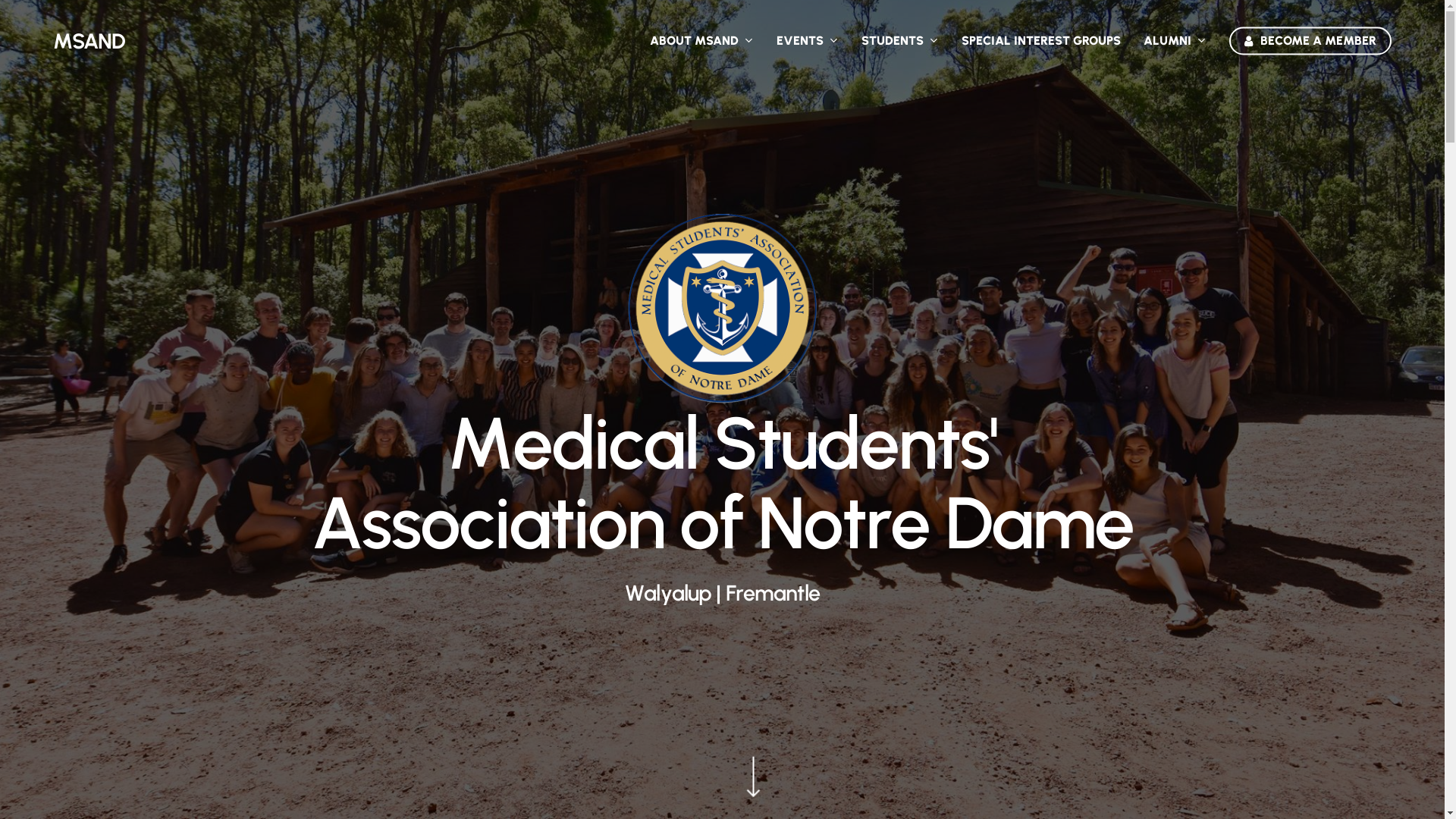  I want to click on 'MSAND', so click(53, 40).